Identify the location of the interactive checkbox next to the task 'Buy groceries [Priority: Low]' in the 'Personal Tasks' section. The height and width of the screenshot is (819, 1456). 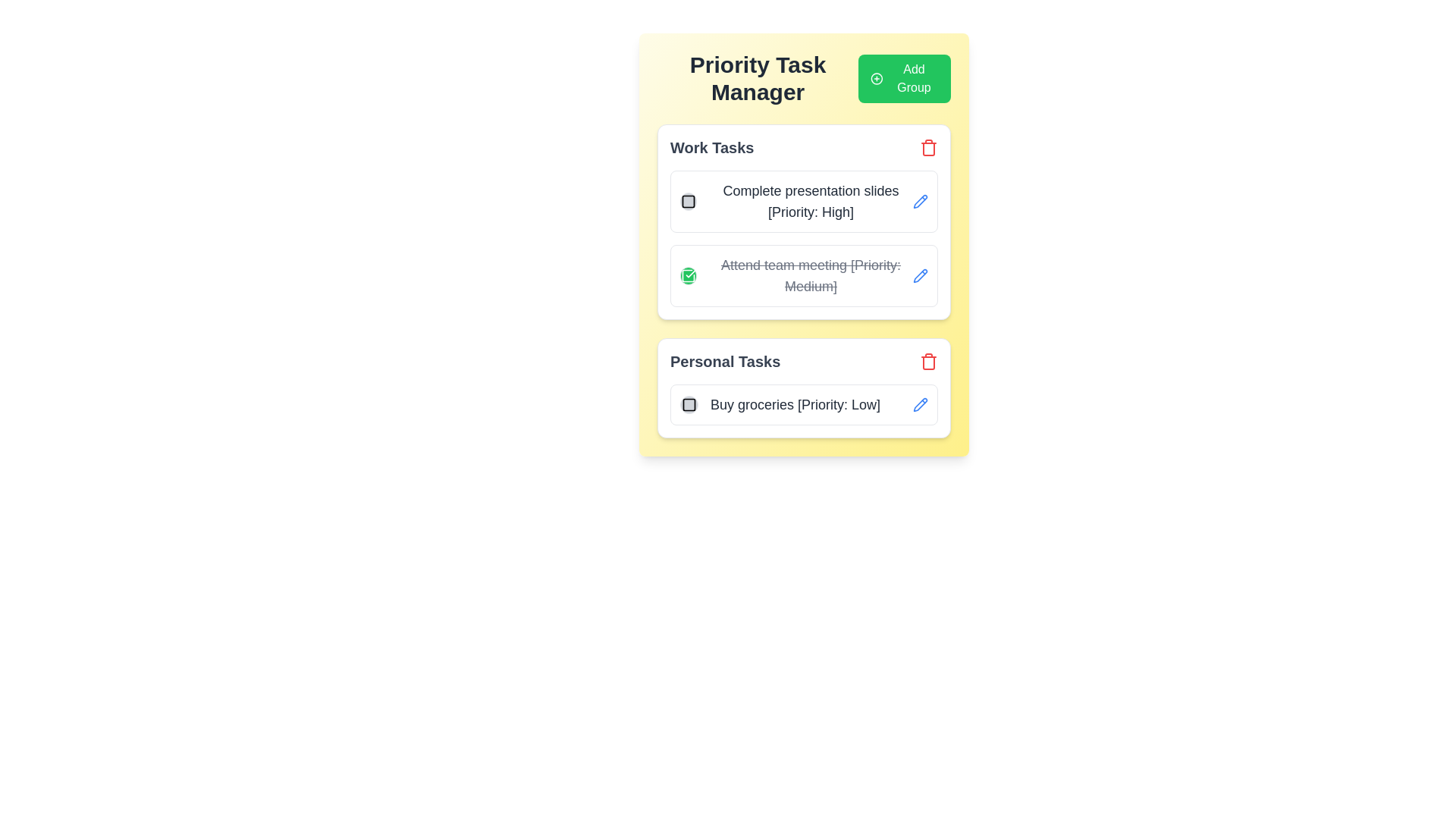
(688, 403).